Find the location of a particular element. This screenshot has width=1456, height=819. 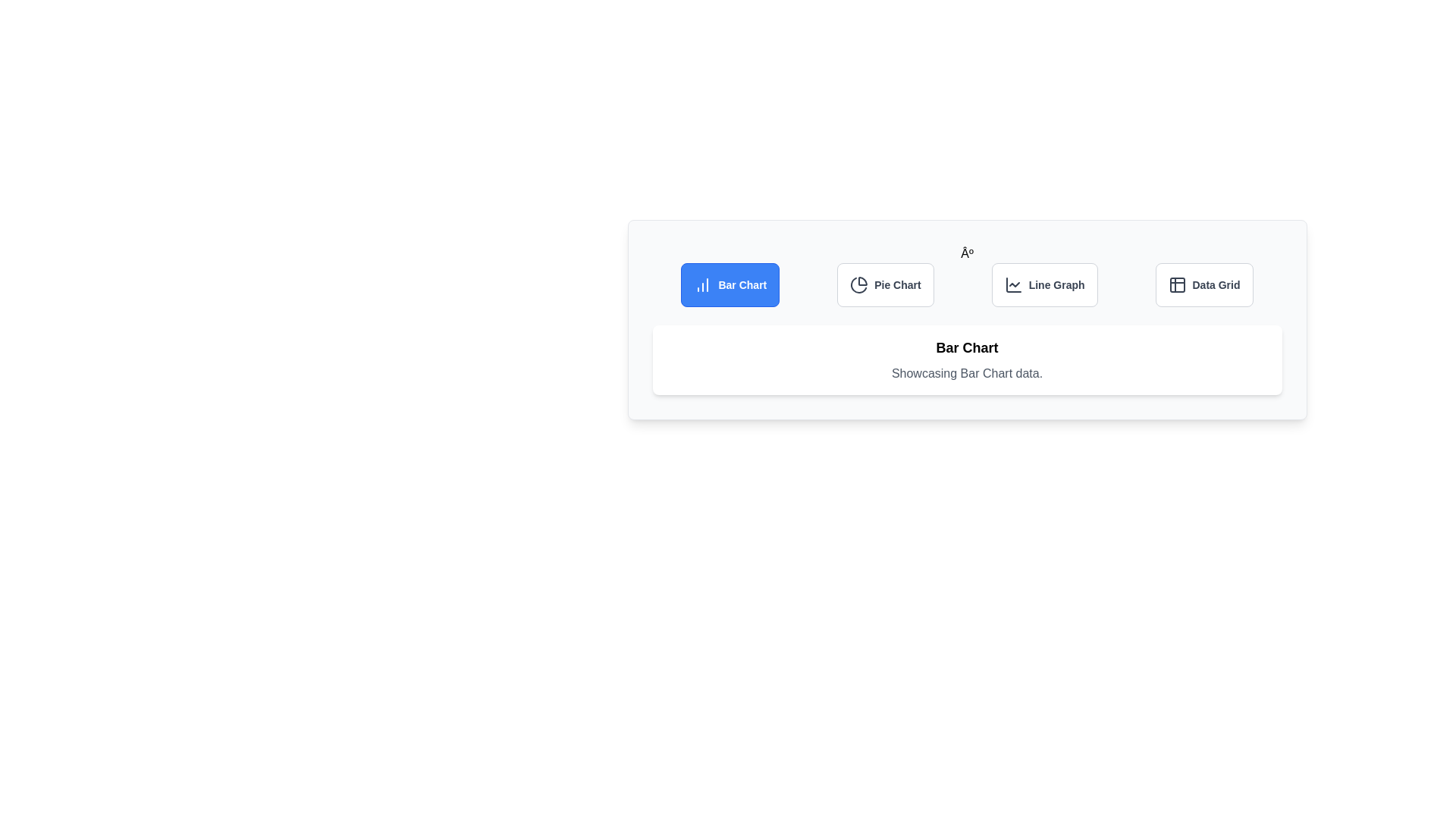

the button labeled Line Graph to observe its visual feedback is located at coordinates (1043, 284).